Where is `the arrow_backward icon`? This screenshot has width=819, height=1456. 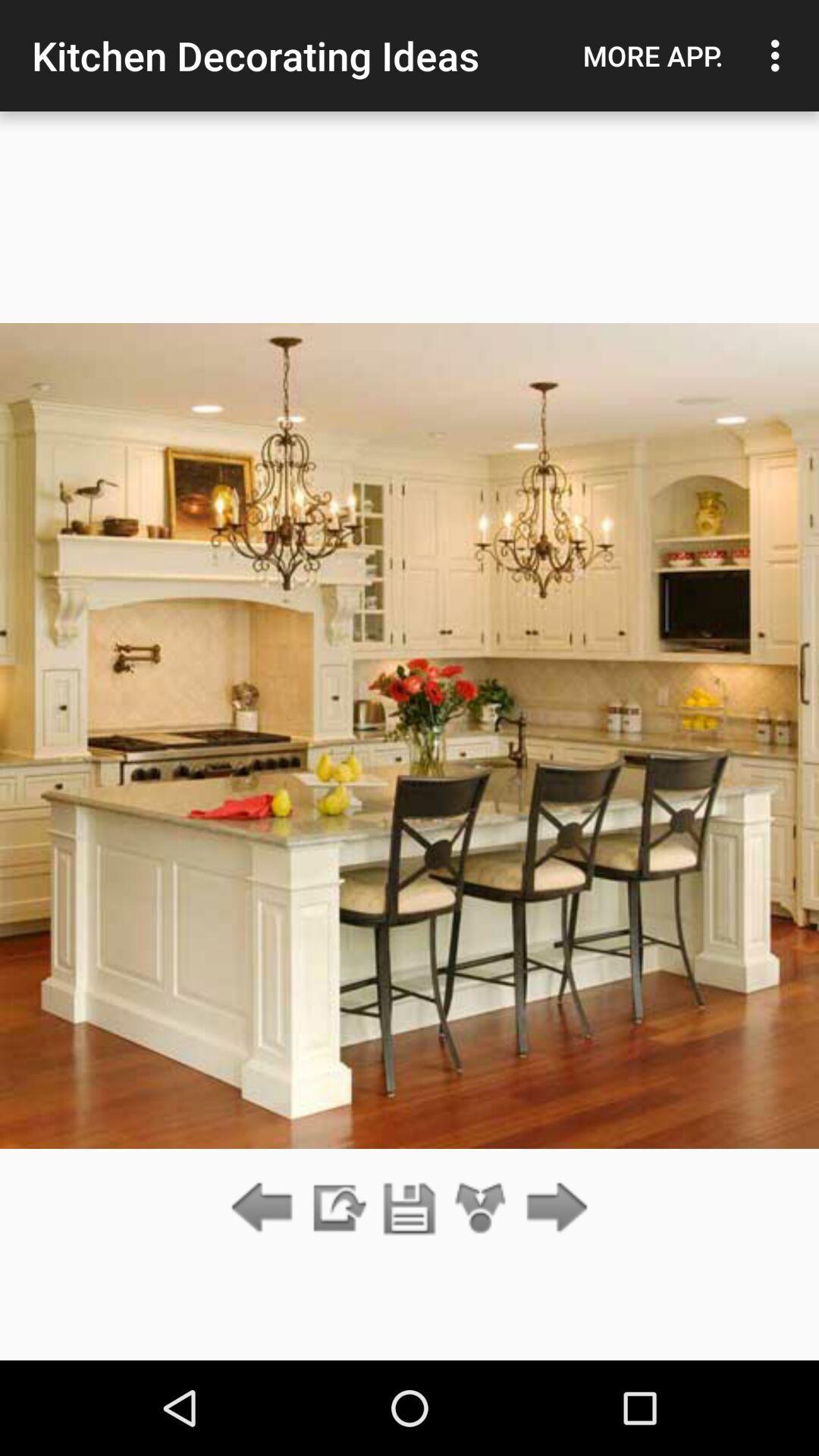
the arrow_backward icon is located at coordinates (265, 1208).